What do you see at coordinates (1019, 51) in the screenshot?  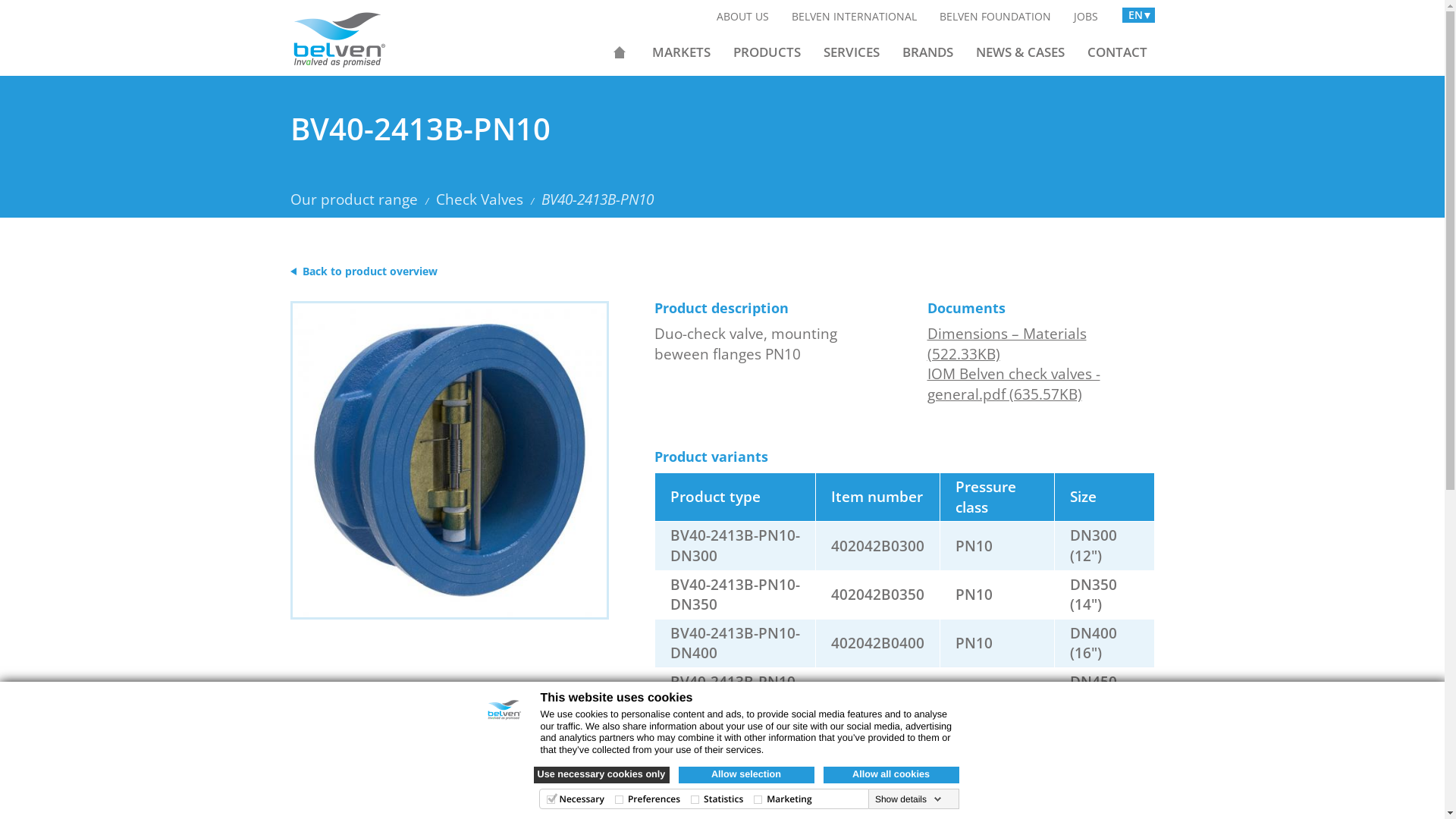 I see `'NEWS & CASES'` at bounding box center [1019, 51].